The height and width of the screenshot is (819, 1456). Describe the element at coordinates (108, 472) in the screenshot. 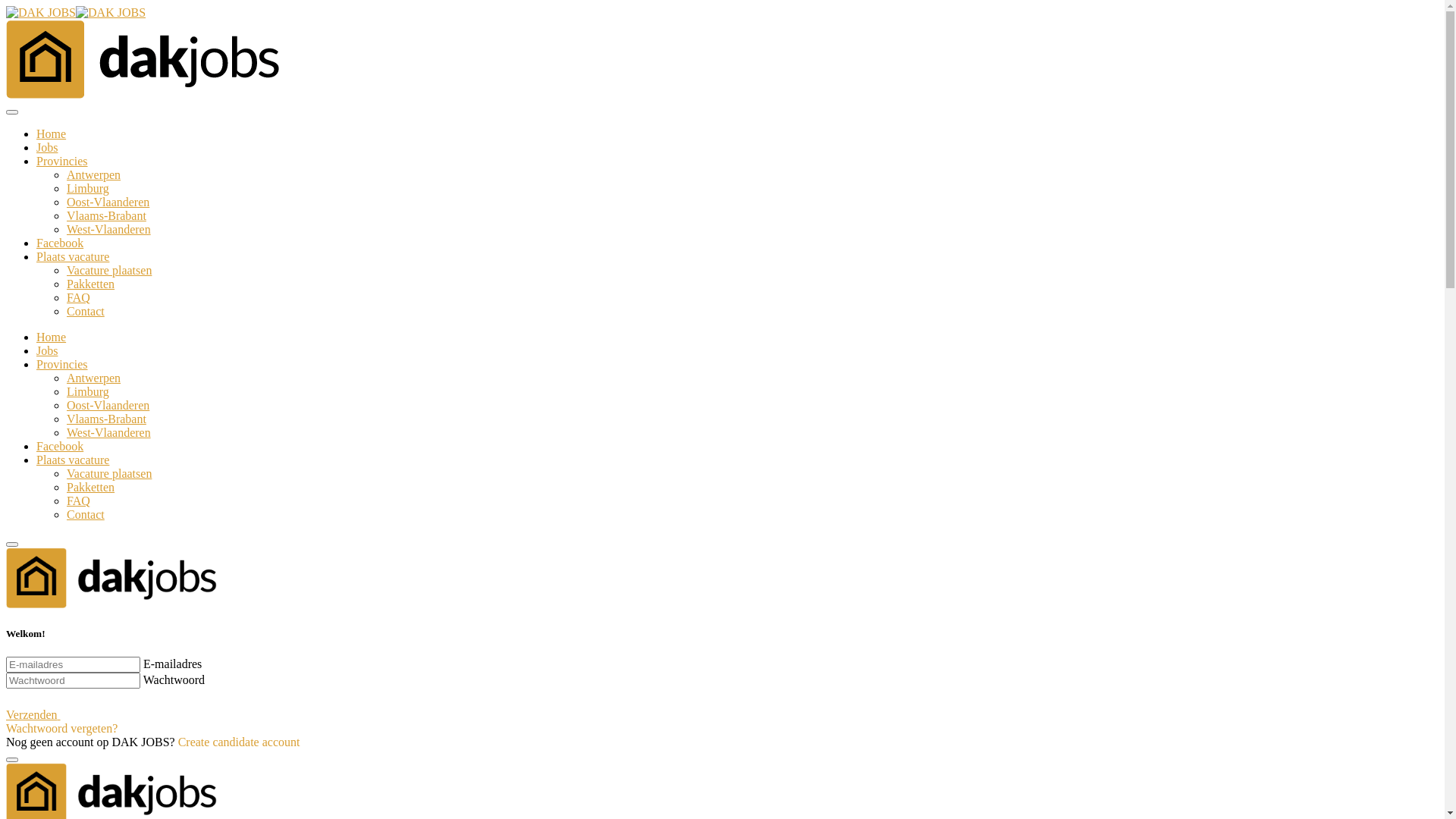

I see `'Vacature plaatsen'` at that location.